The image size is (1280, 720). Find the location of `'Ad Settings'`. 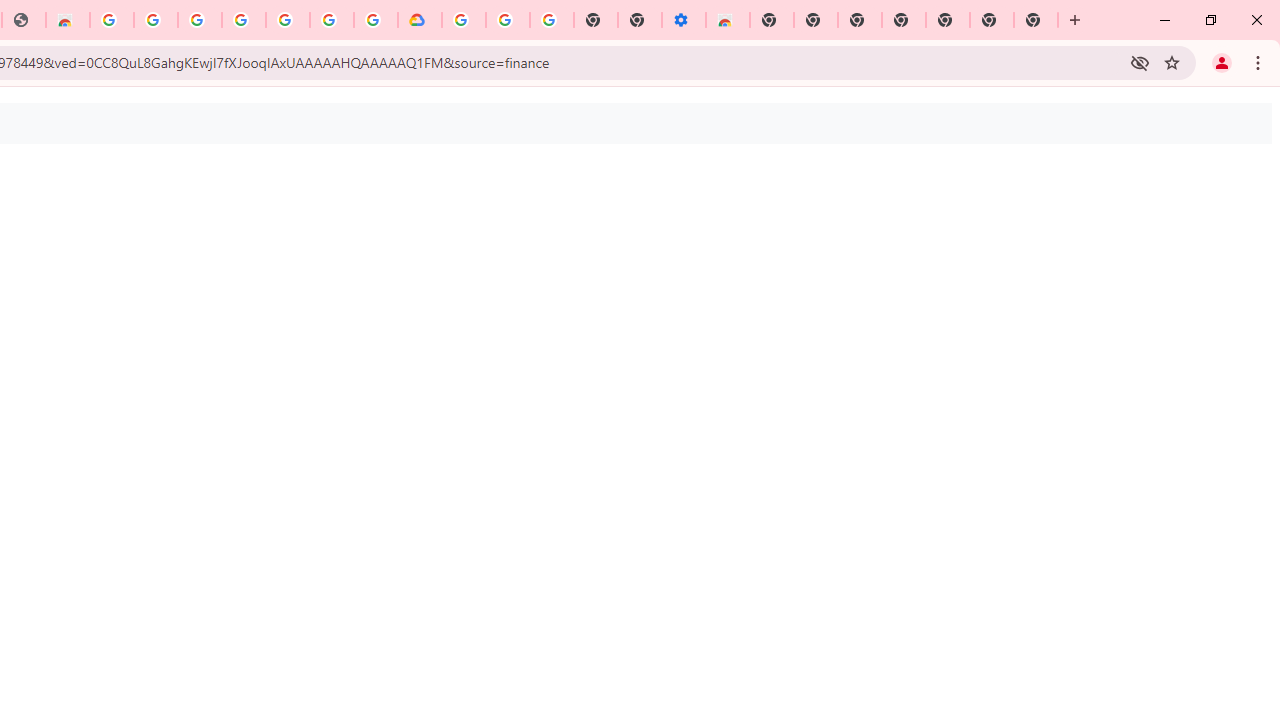

'Ad Settings' is located at coordinates (155, 20).